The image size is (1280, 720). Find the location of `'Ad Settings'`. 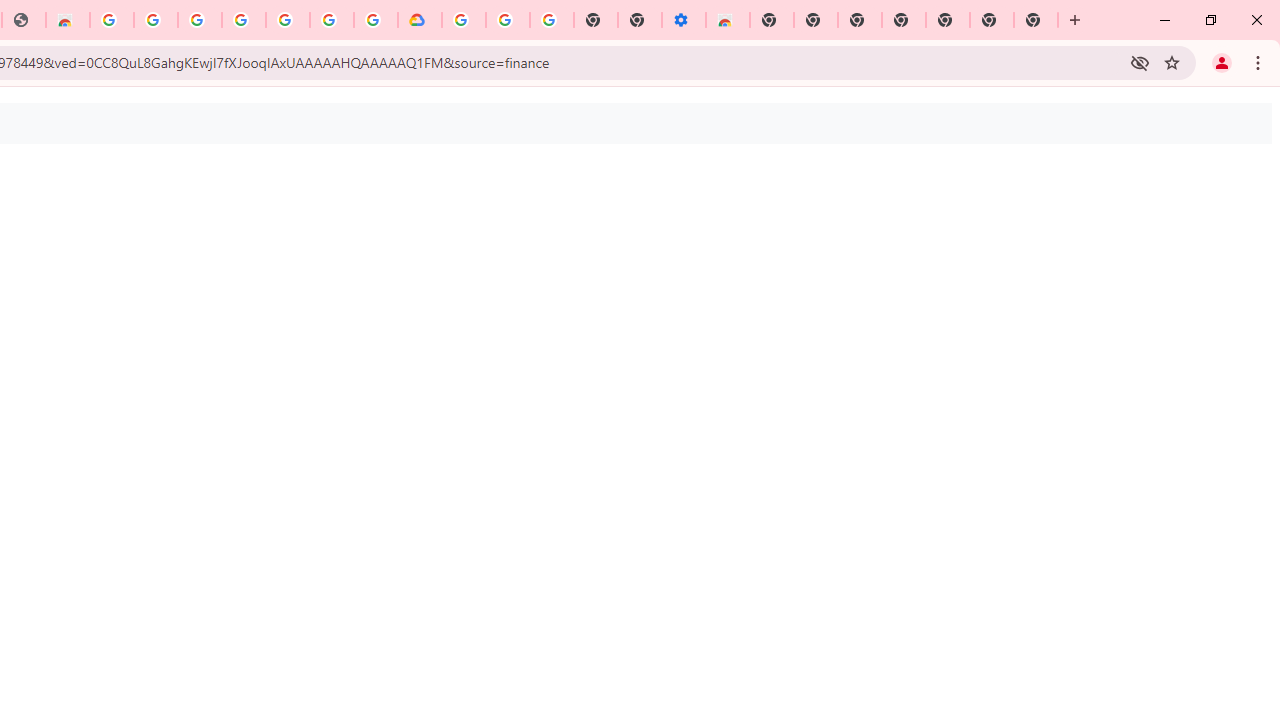

'Ad Settings' is located at coordinates (155, 20).